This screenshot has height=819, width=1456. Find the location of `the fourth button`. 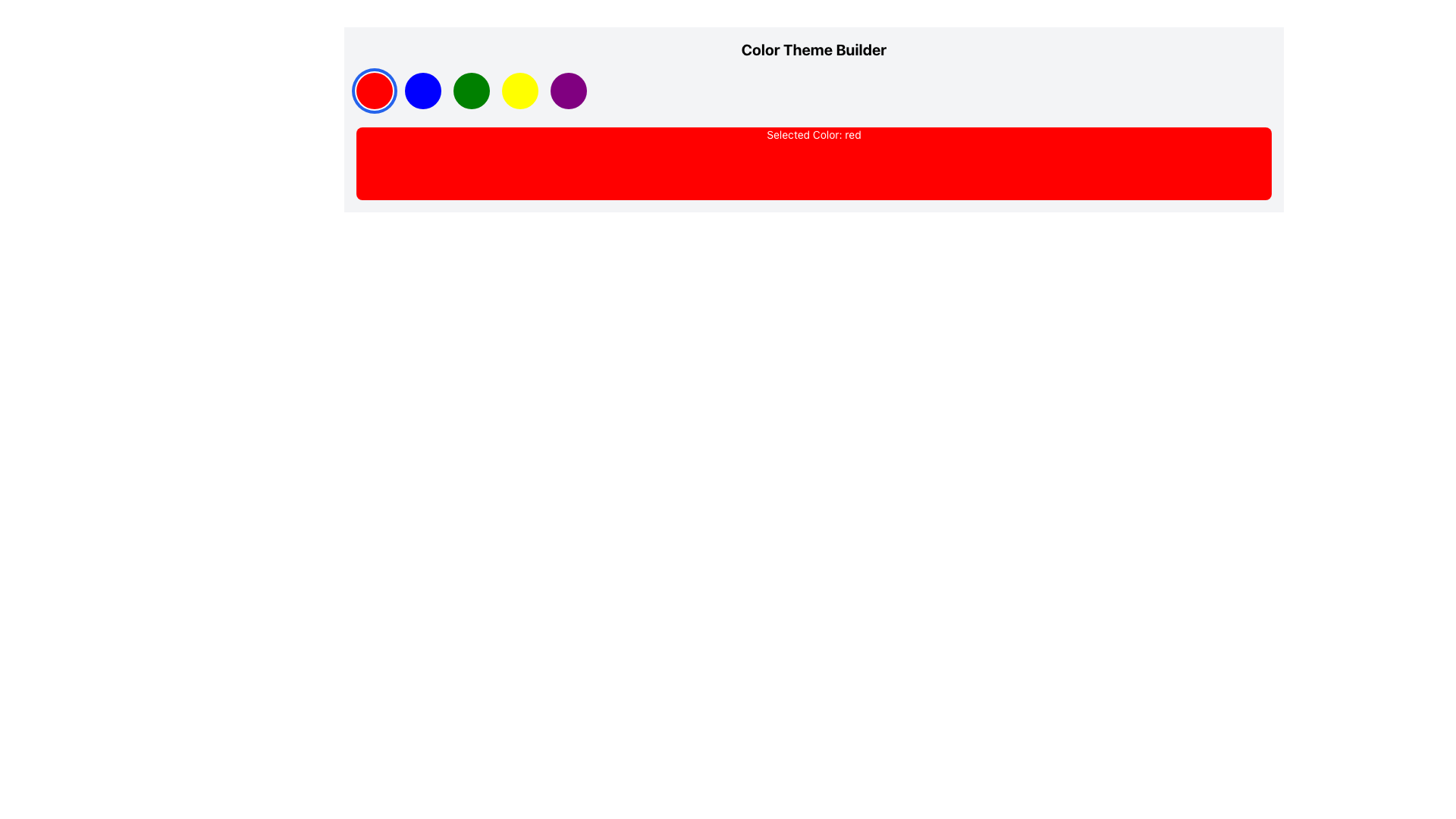

the fourth button is located at coordinates (520, 90).